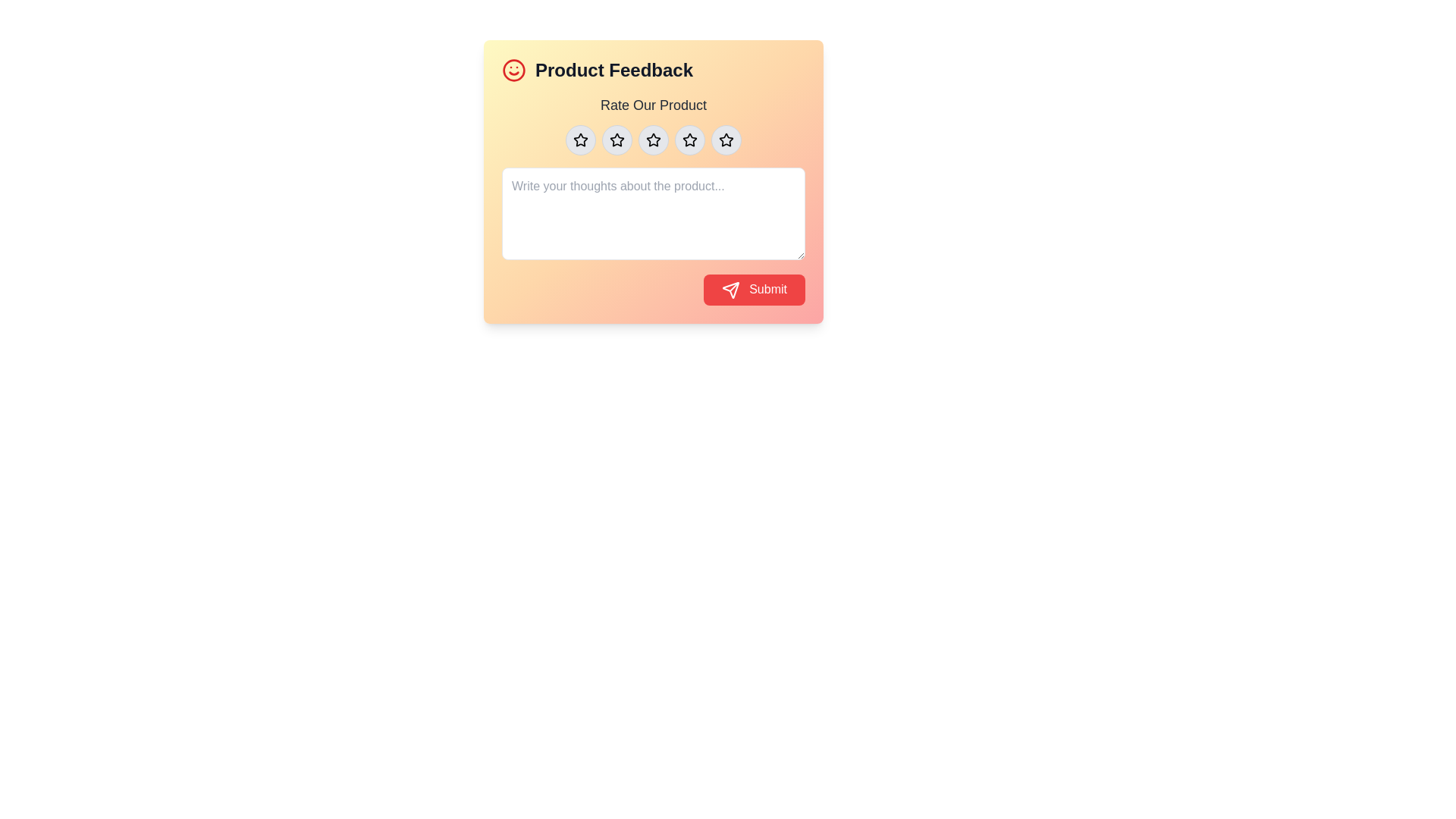 Image resolution: width=1456 pixels, height=819 pixels. I want to click on the rightmost circular interactive star button in the 'Rate Our Product' section of the 'Product Feedback' form, so click(726, 140).